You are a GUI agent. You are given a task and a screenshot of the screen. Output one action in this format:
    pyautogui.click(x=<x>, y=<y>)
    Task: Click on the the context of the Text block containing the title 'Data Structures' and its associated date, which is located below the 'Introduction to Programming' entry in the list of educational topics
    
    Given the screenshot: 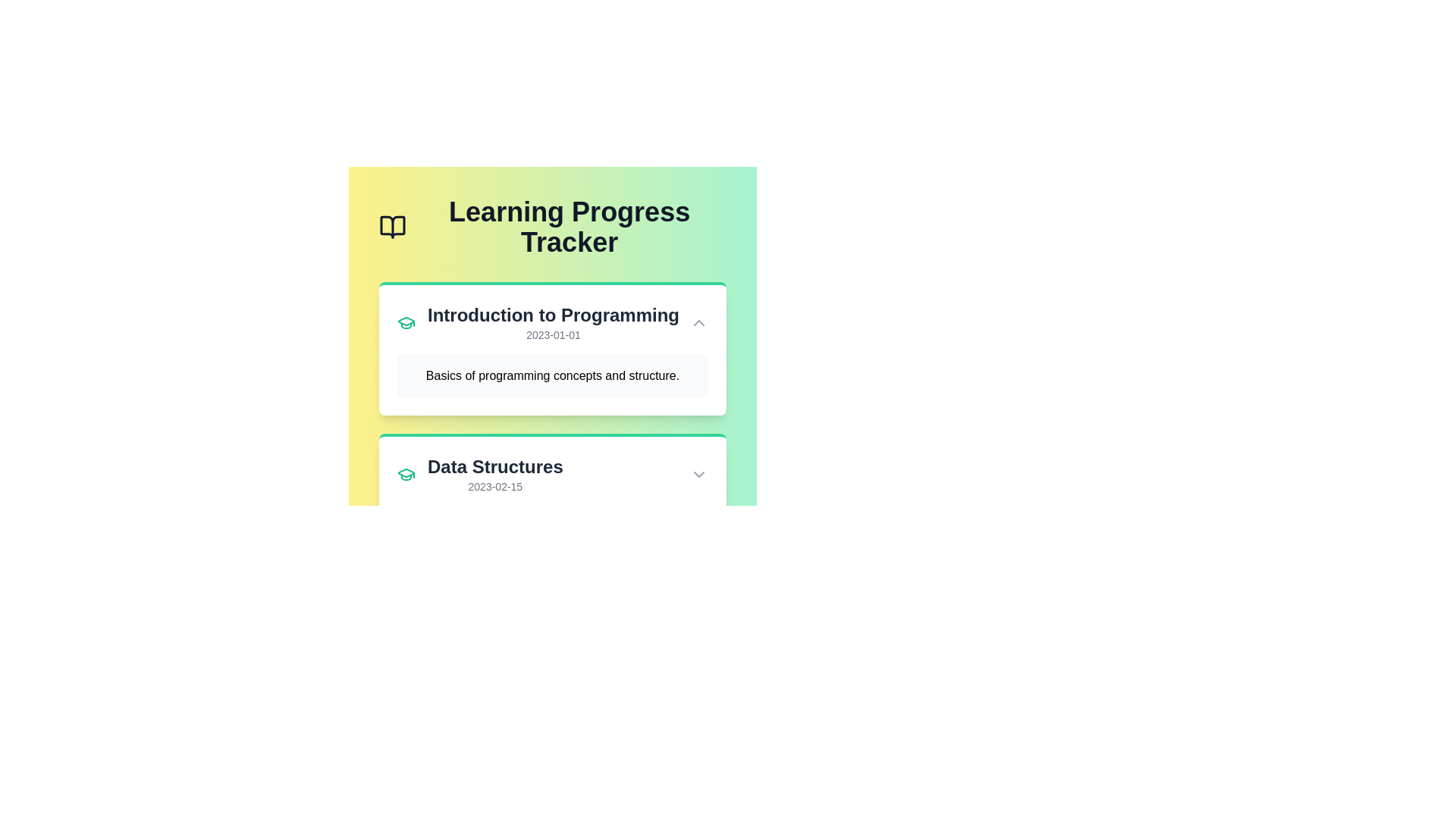 What is the action you would take?
    pyautogui.click(x=495, y=473)
    